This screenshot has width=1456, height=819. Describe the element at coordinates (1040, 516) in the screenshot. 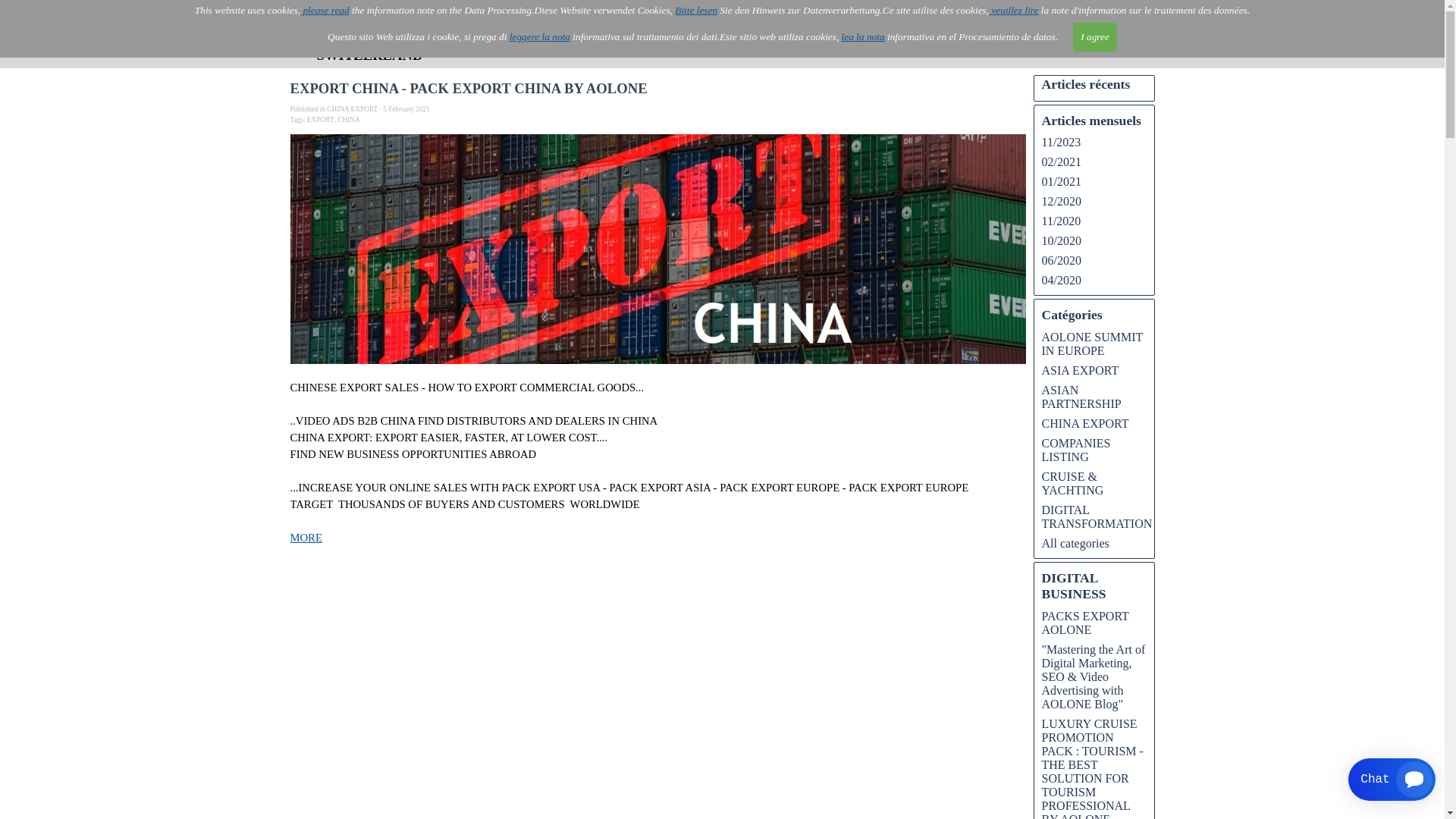

I see `'DIGITAL TRANSFORMATION'` at that location.